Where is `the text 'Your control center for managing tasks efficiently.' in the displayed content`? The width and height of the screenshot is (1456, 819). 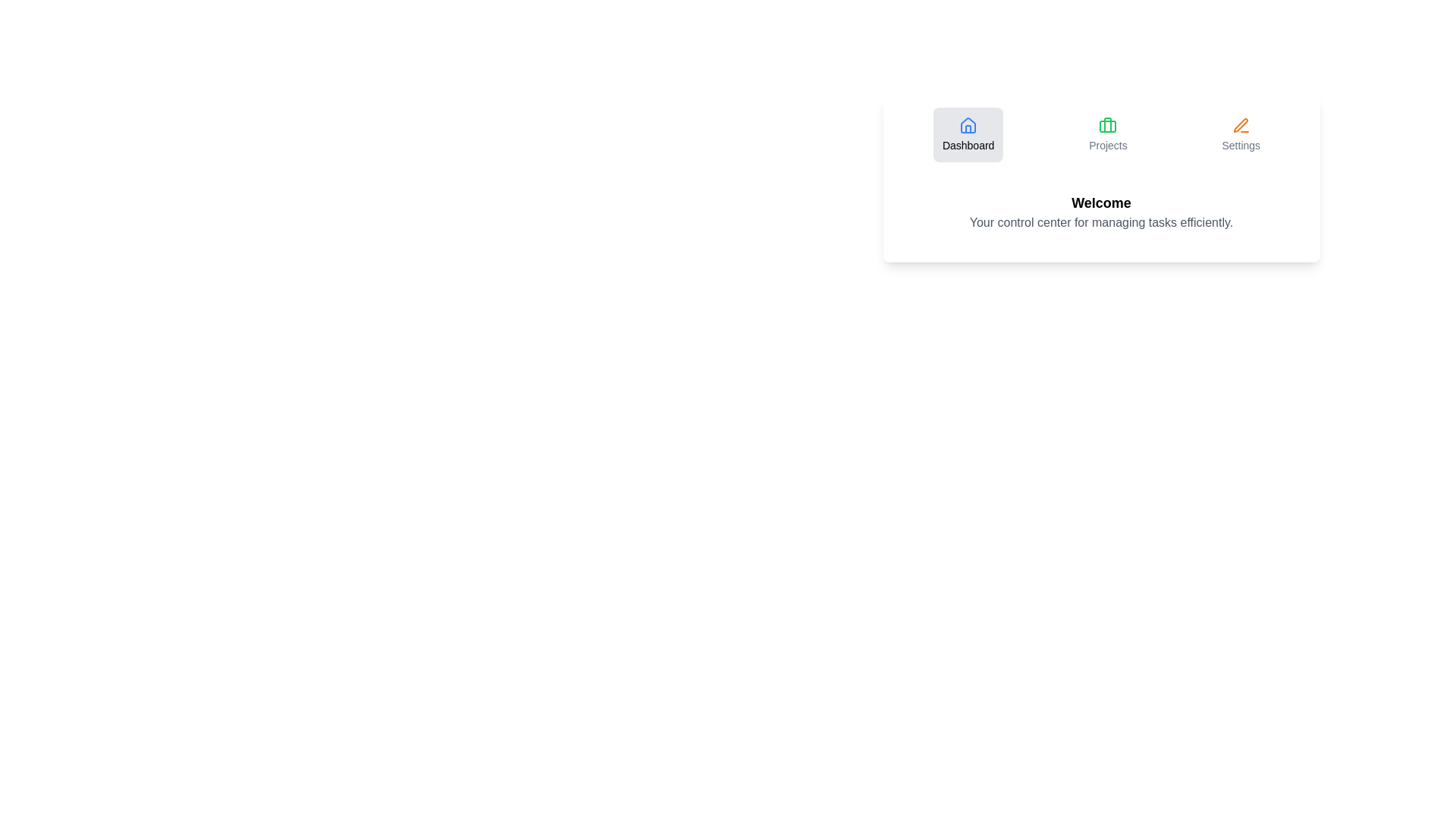 the text 'Your control center for managing tasks efficiently.' in the displayed content is located at coordinates (1101, 222).